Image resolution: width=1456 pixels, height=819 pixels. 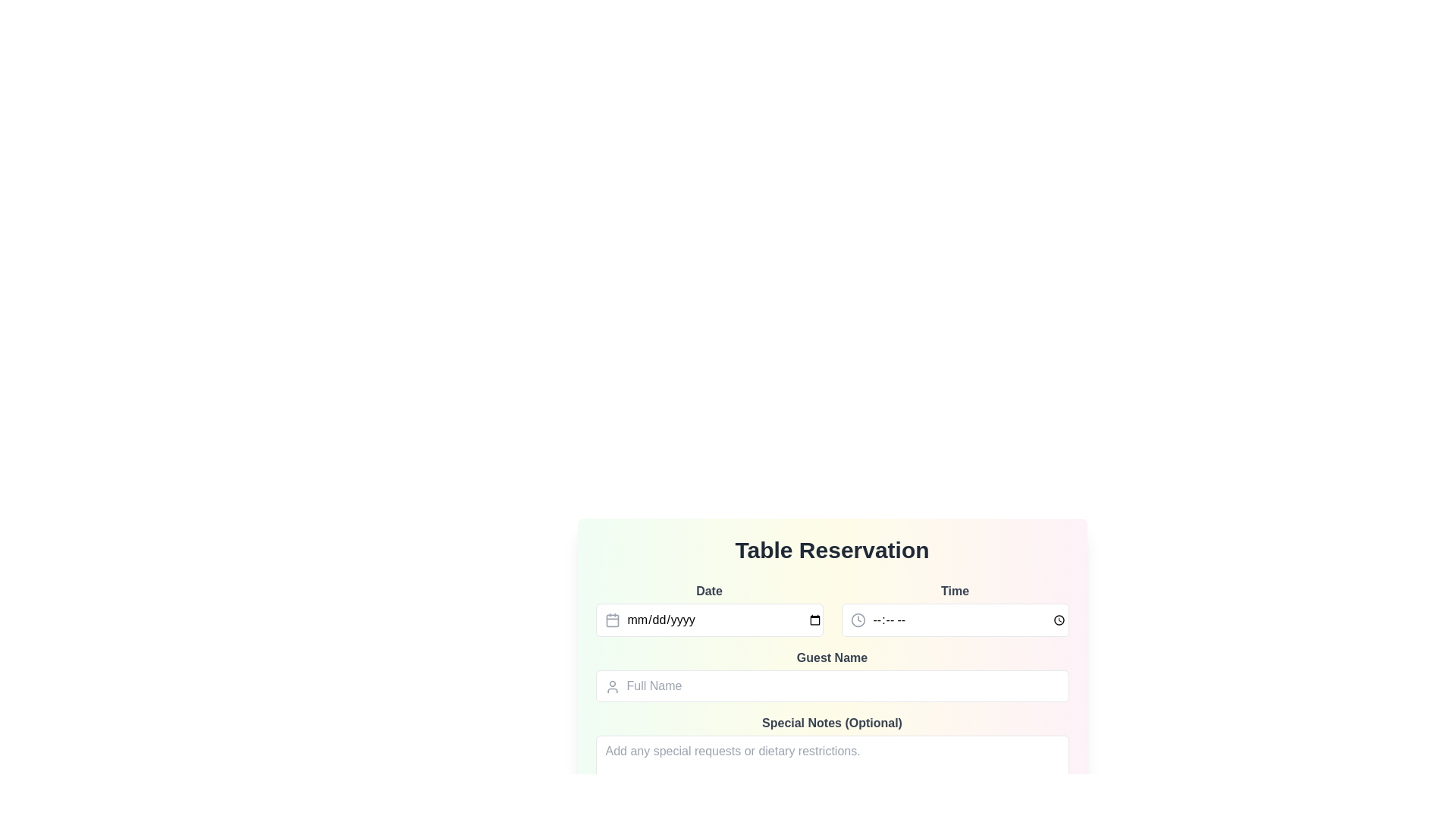 What do you see at coordinates (954, 620) in the screenshot?
I see `the time input field located in the 'Time' section of the table reservation form to focus and edit the time` at bounding box center [954, 620].